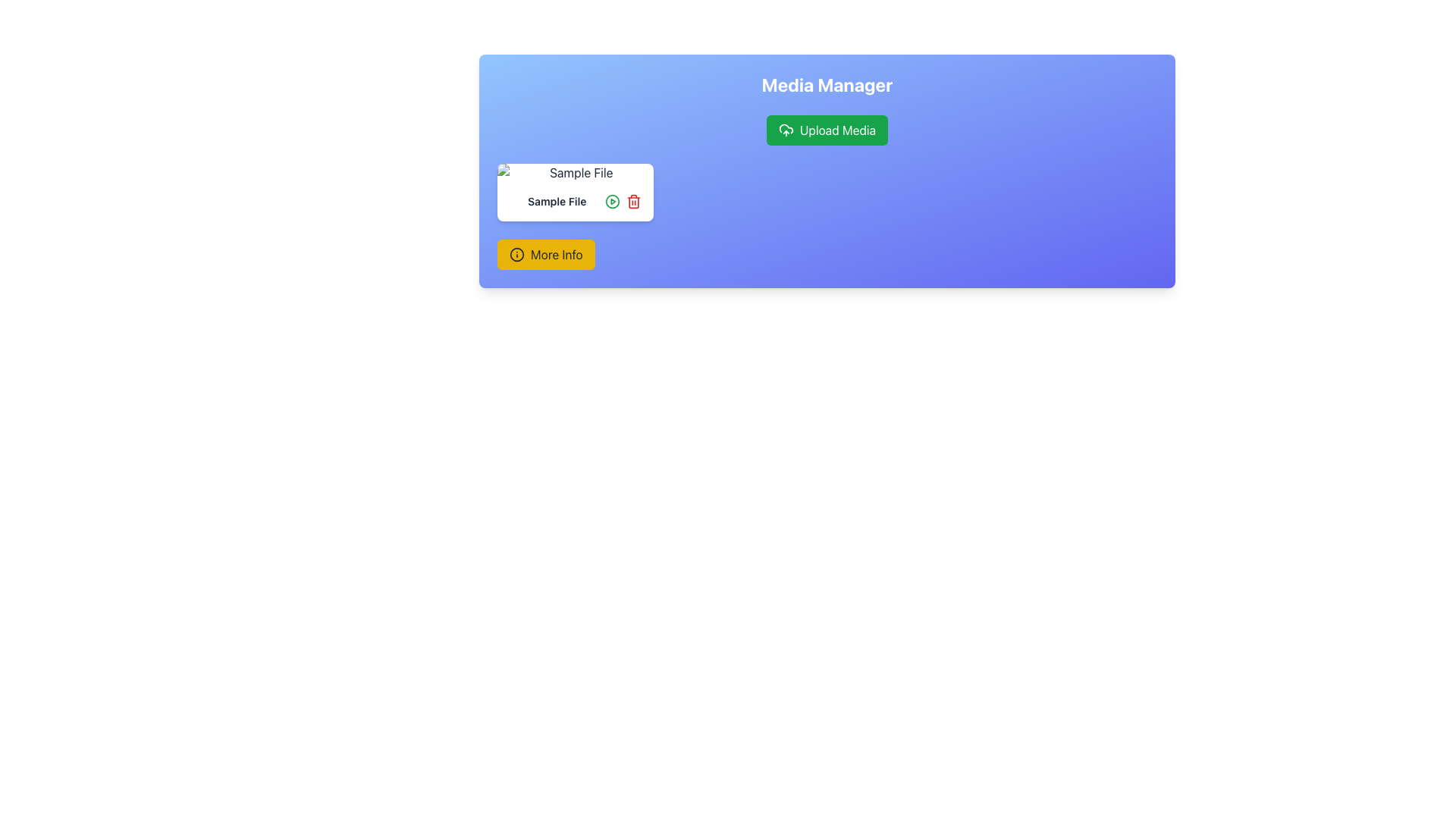 Image resolution: width=1456 pixels, height=819 pixels. Describe the element at coordinates (516, 253) in the screenshot. I see `the circular information icon located at the center of the yellow 'More Info' button` at that location.